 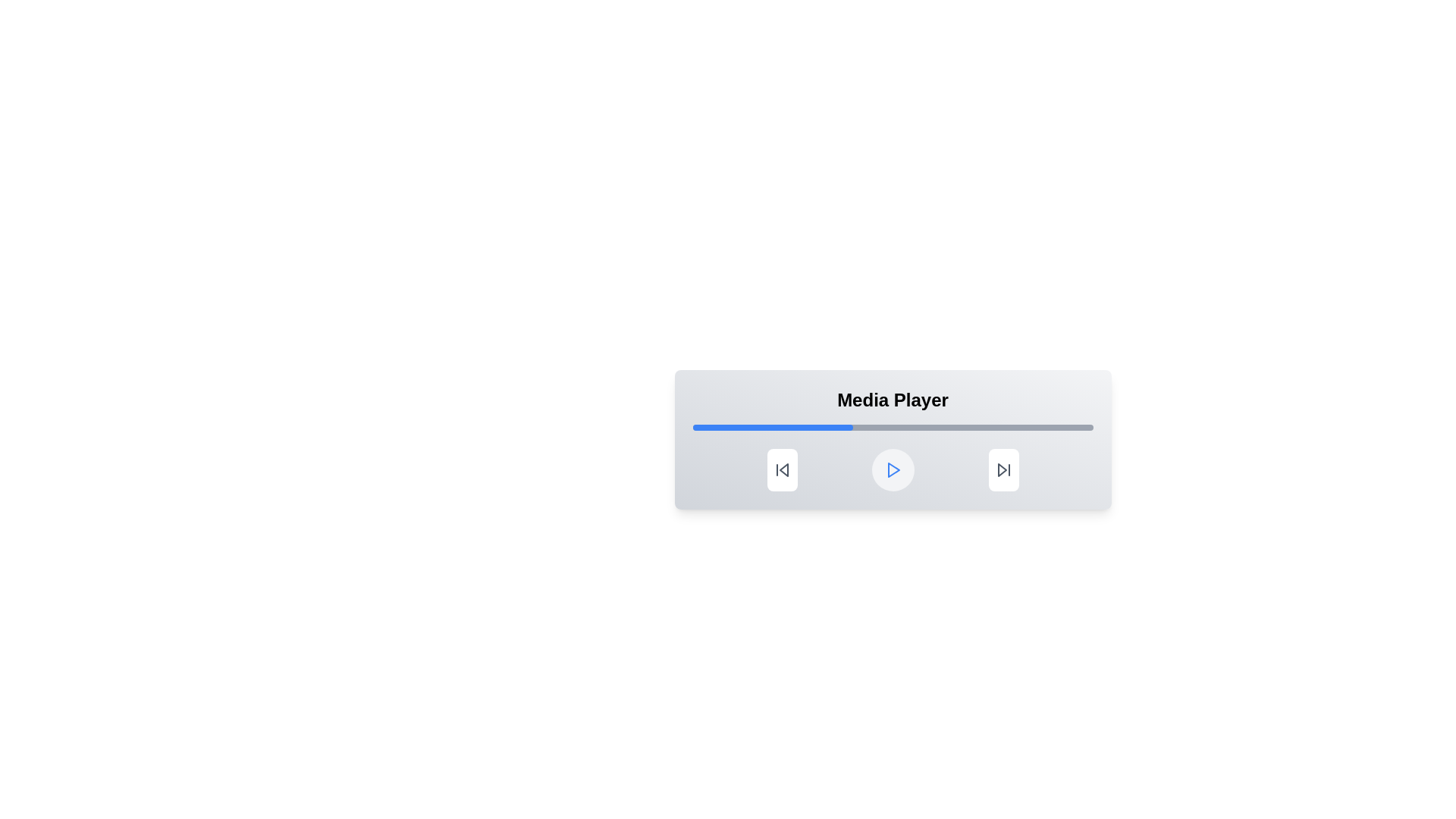 I want to click on the play button located at the bottom of the media player interface to initiate playback of media content, so click(x=893, y=469).